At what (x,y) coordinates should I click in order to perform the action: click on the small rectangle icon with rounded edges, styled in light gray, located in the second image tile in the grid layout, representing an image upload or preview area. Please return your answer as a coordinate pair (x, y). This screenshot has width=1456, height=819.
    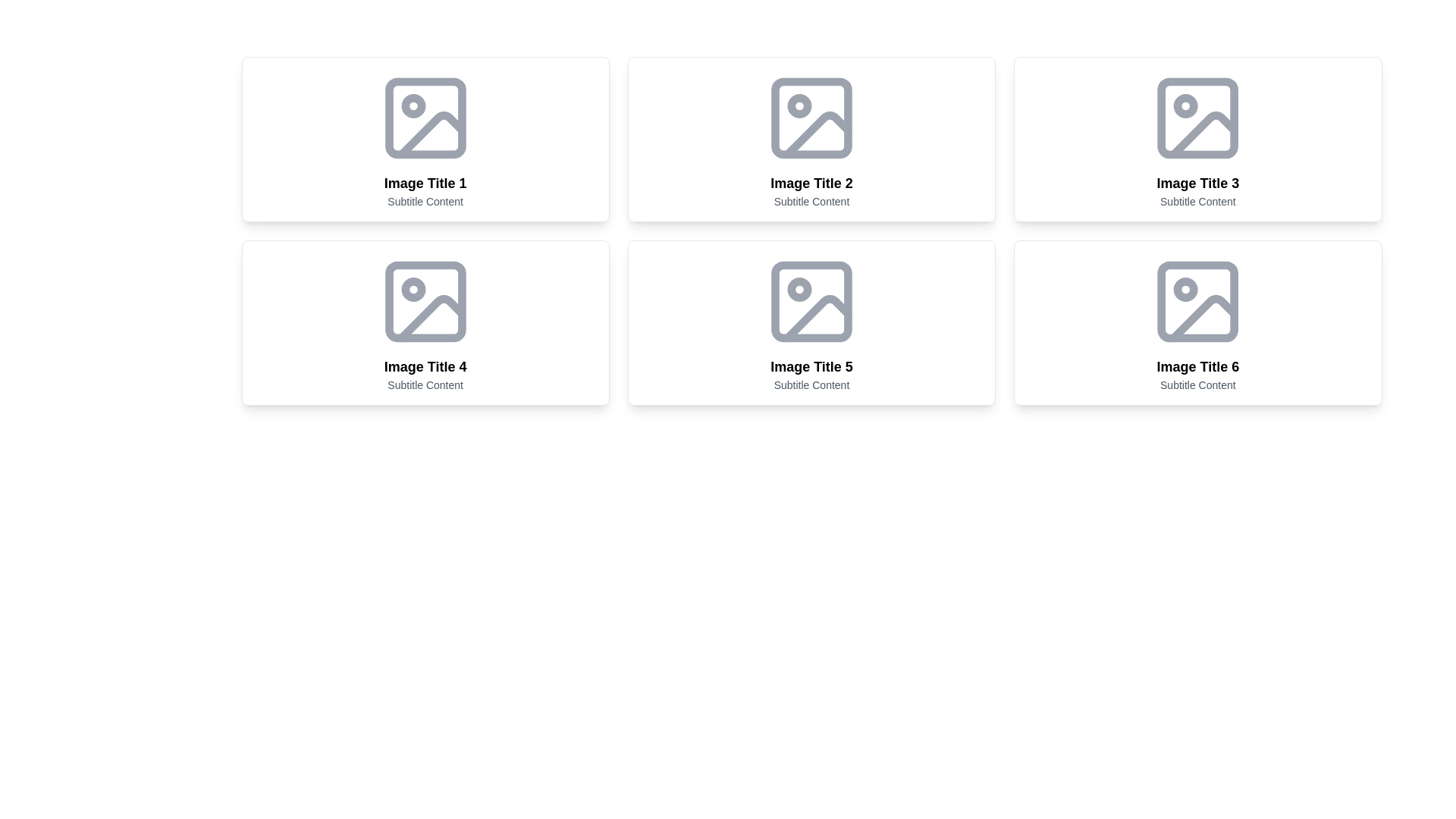
    Looking at the image, I should click on (811, 117).